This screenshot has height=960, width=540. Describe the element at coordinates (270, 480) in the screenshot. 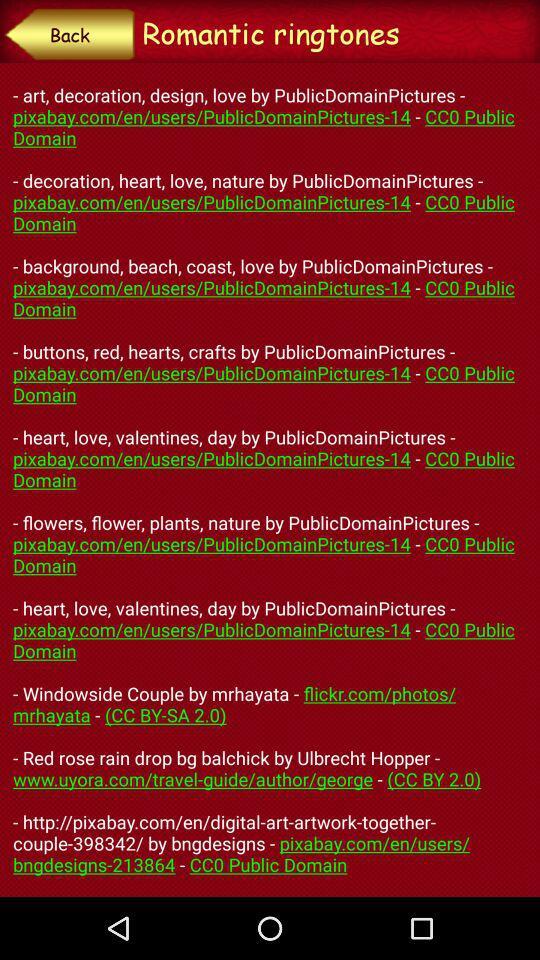

I see `endless love songs at the center` at that location.